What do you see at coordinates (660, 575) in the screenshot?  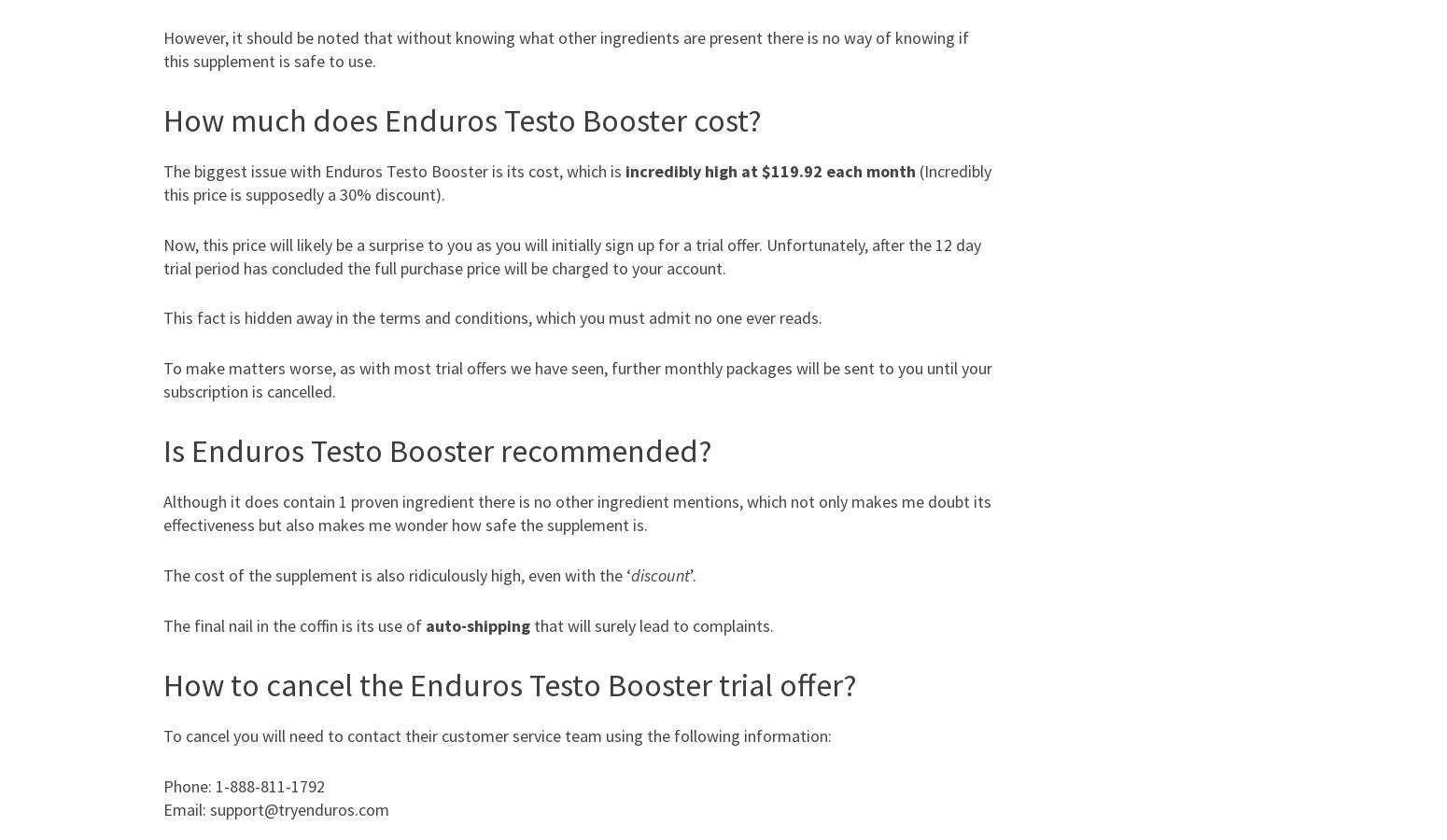 I see `'discount'` at bounding box center [660, 575].